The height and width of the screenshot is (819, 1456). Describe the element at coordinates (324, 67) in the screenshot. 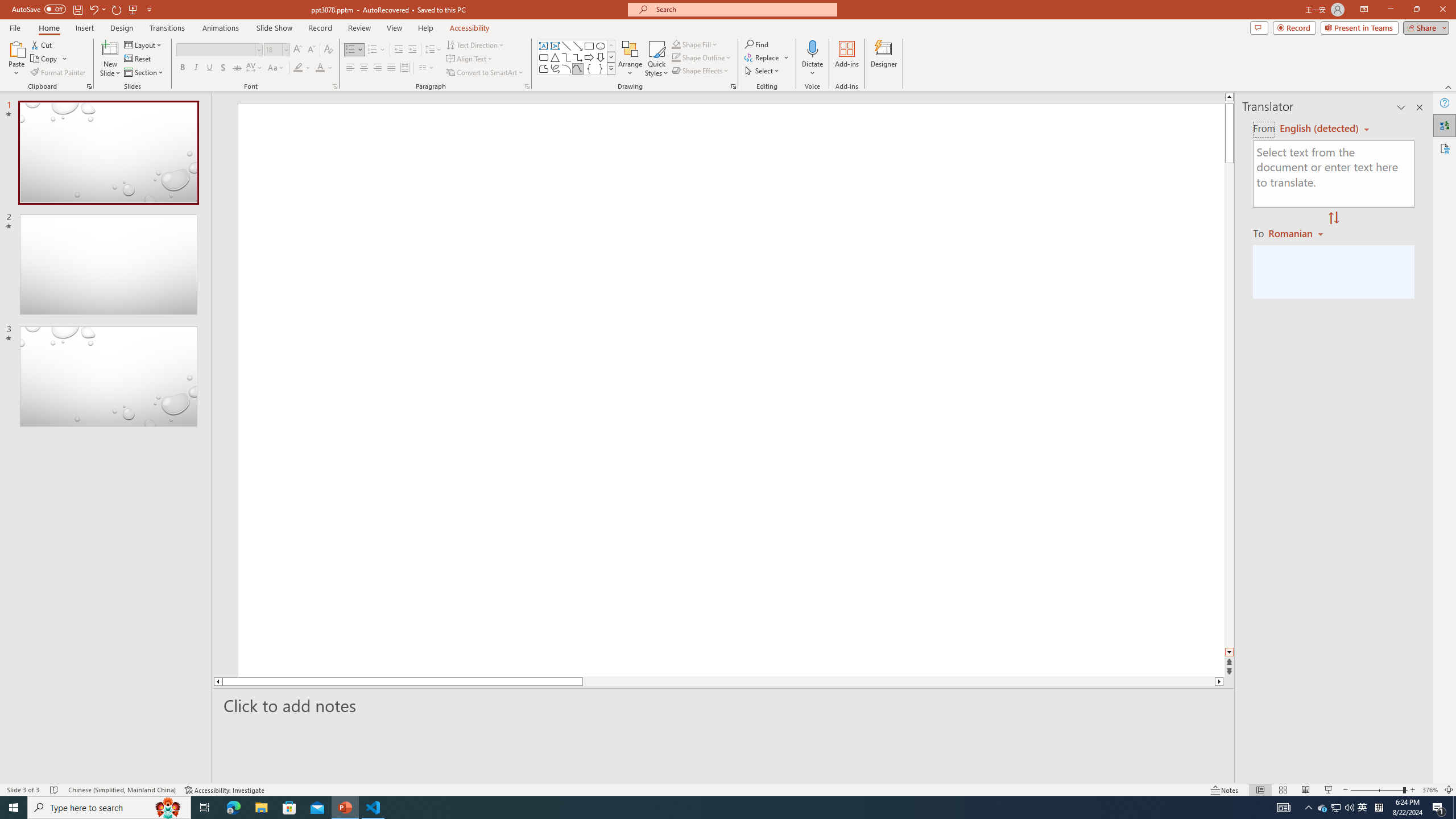

I see `'Font Color'` at that location.